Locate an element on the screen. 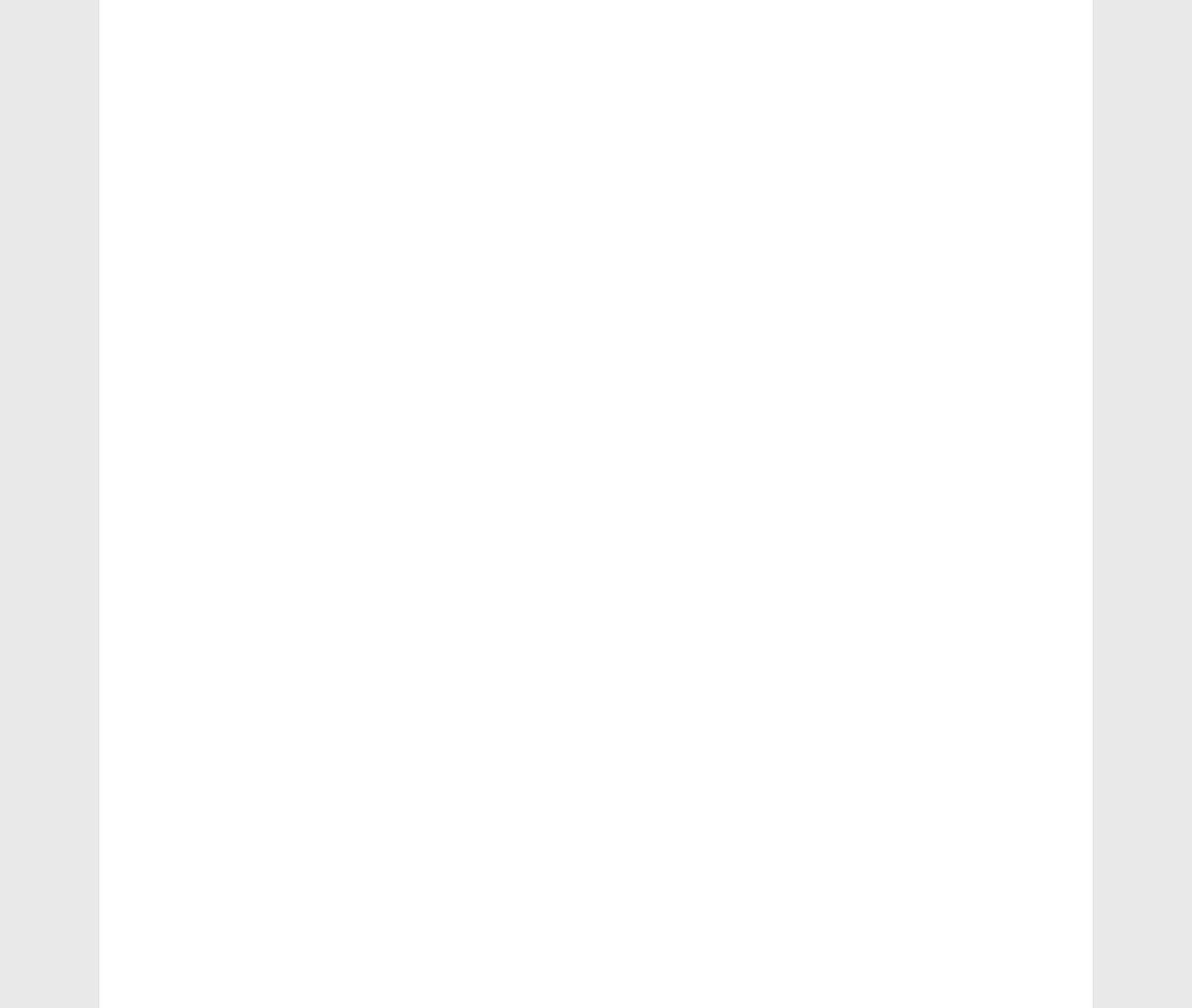 Image resolution: width=1192 pixels, height=1008 pixels. 'working capital' is located at coordinates (901, 61).